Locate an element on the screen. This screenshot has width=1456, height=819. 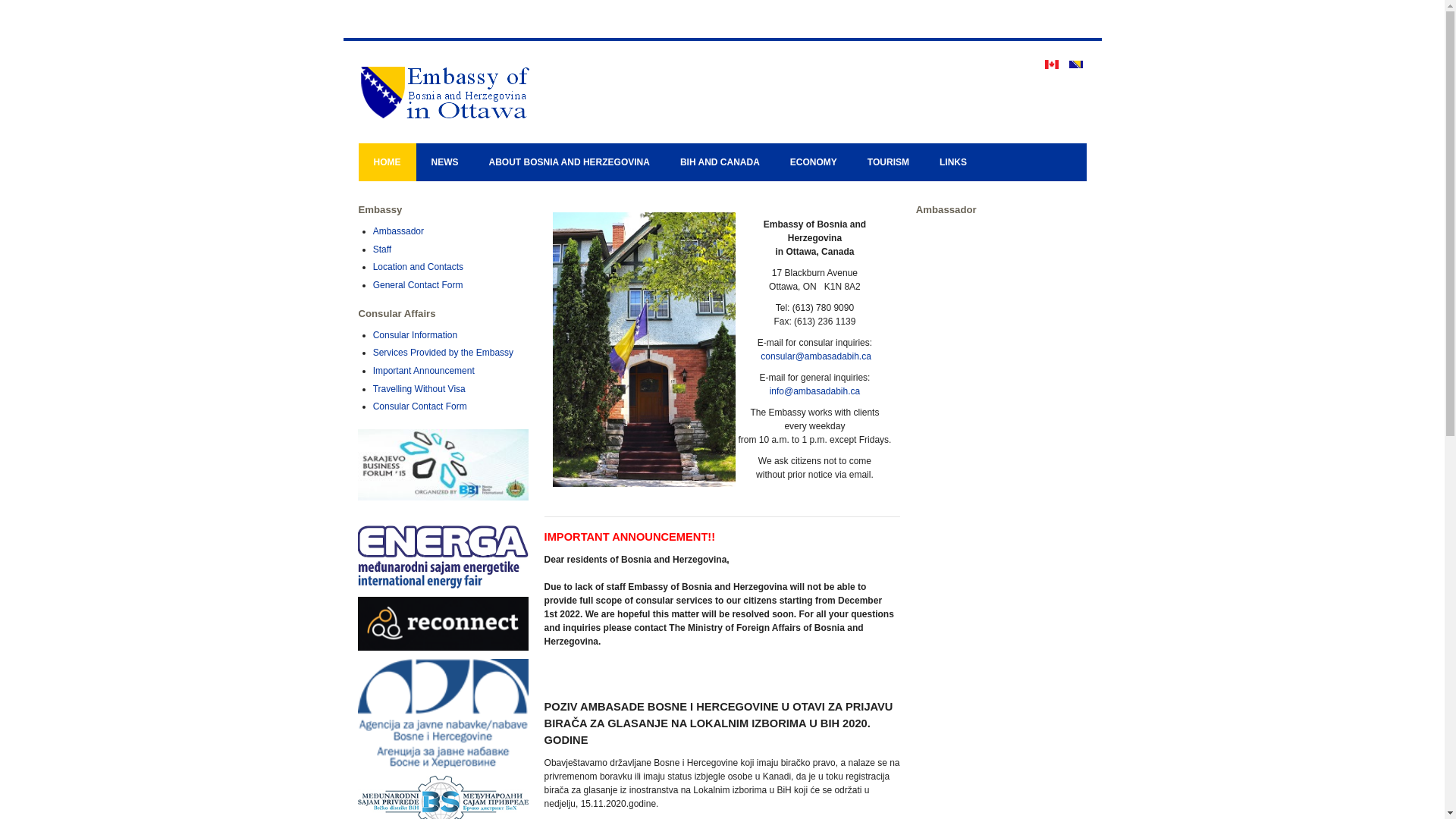
'Staff' is located at coordinates (382, 248).